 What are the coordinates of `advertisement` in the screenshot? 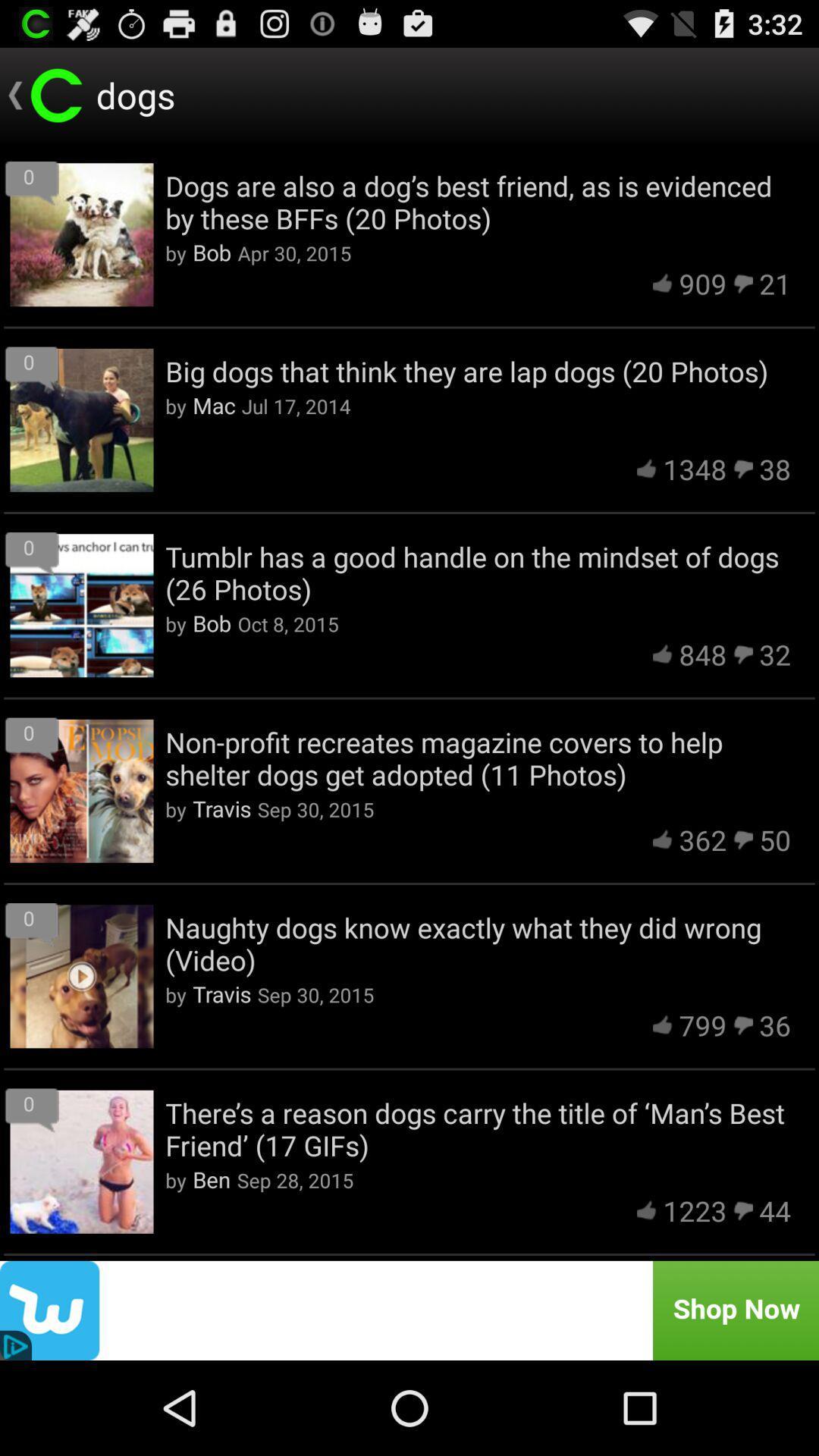 It's located at (409, 1310).